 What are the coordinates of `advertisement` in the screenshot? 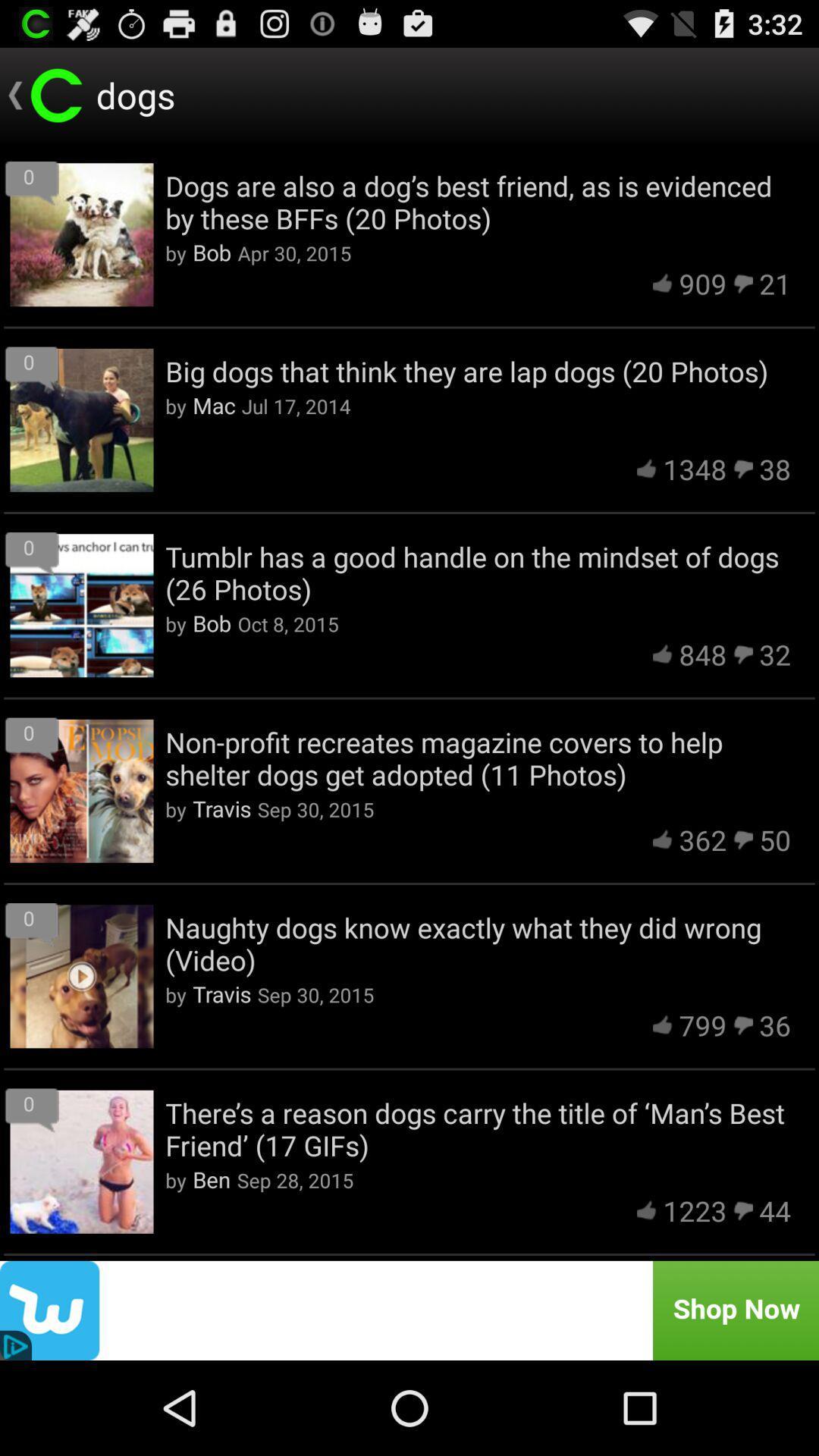 It's located at (409, 1310).